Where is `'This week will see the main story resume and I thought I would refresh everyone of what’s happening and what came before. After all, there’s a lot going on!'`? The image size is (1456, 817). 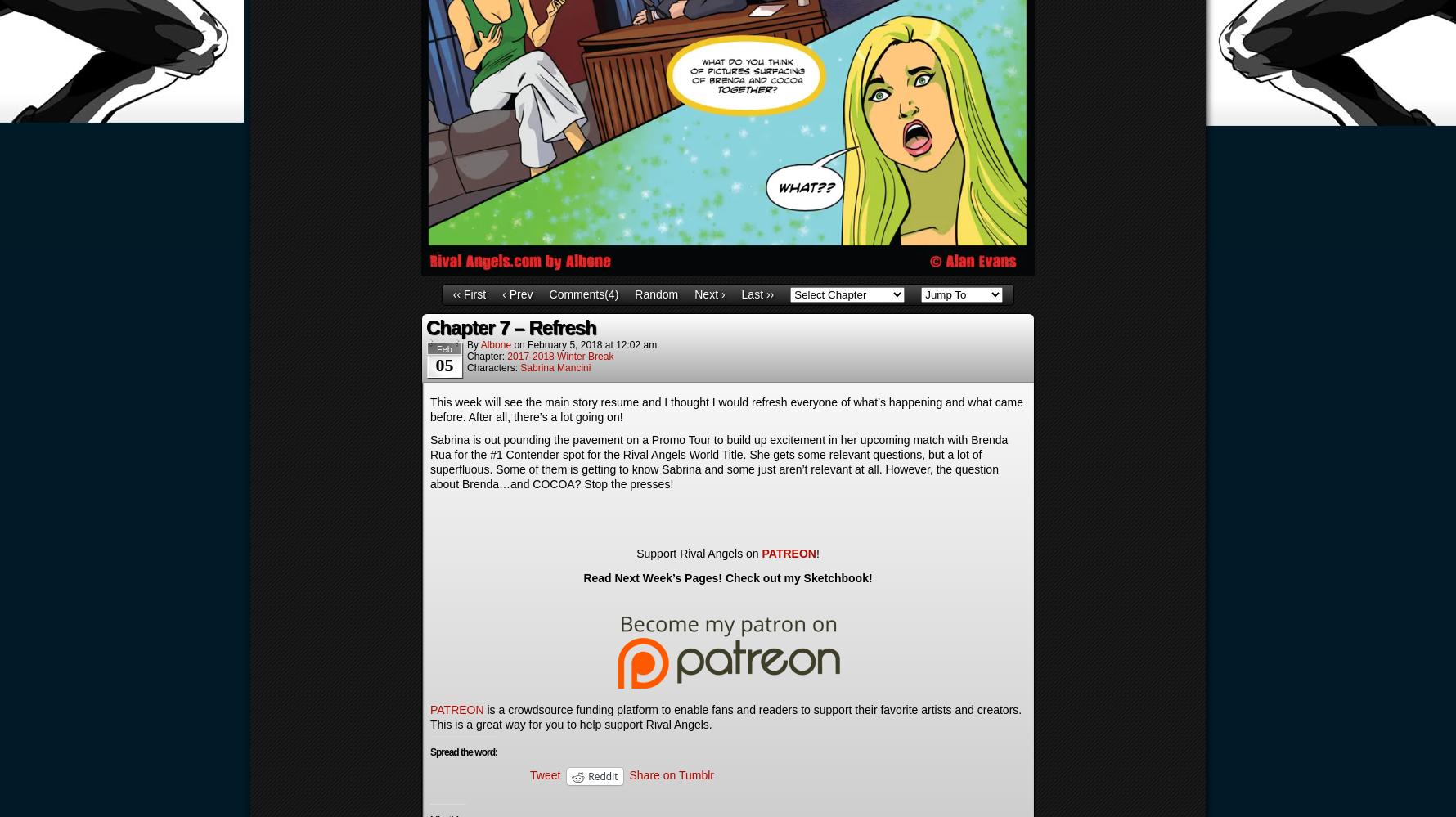 'This week will see the main story resume and I thought I would refresh everyone of what’s happening and what came before. After all, there’s a lot going on!' is located at coordinates (726, 408).